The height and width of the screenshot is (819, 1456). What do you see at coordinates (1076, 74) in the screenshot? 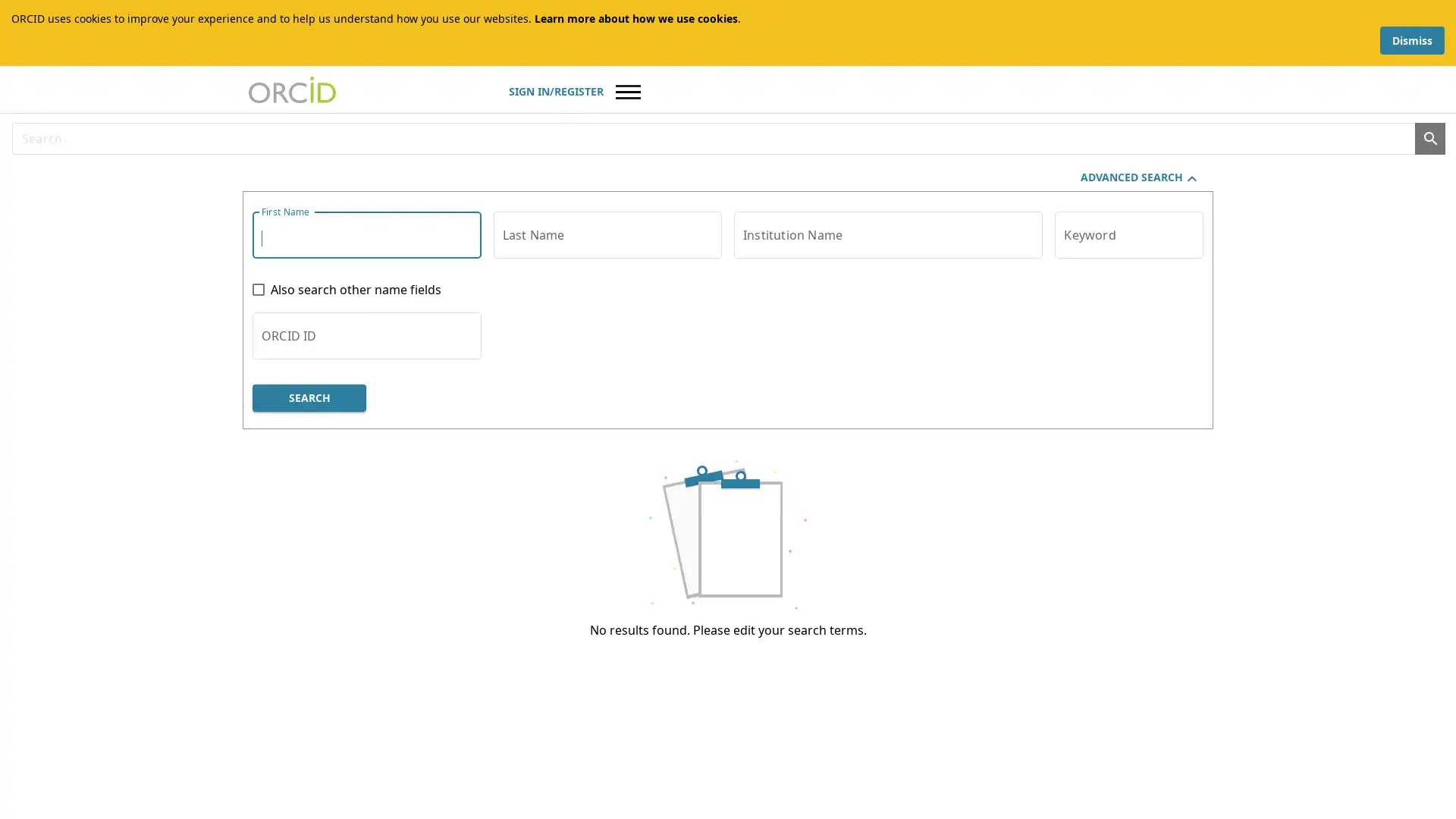
I see `sign in or register` at bounding box center [1076, 74].